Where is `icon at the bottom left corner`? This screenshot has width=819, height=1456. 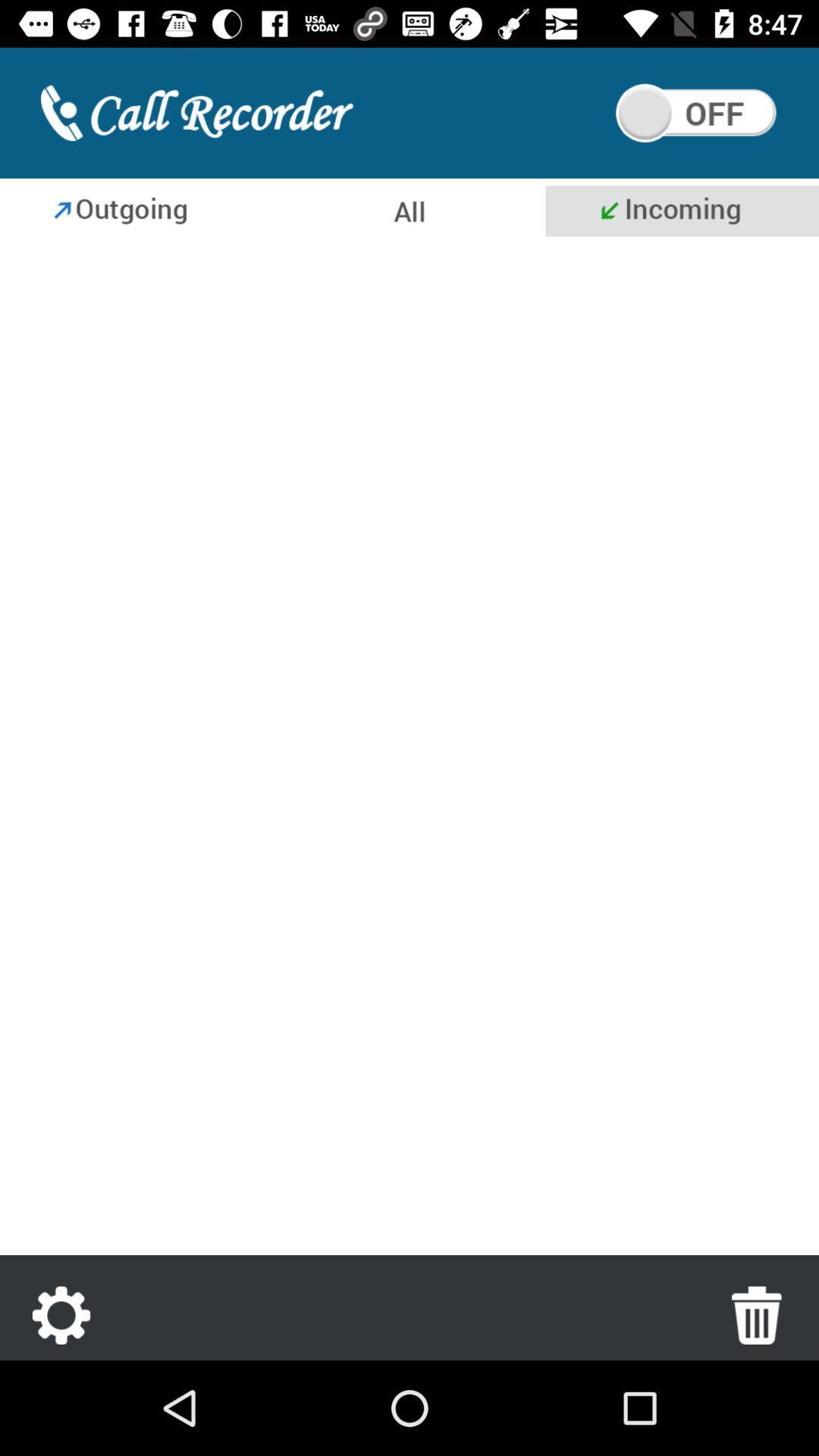
icon at the bottom left corner is located at coordinates (61, 1314).